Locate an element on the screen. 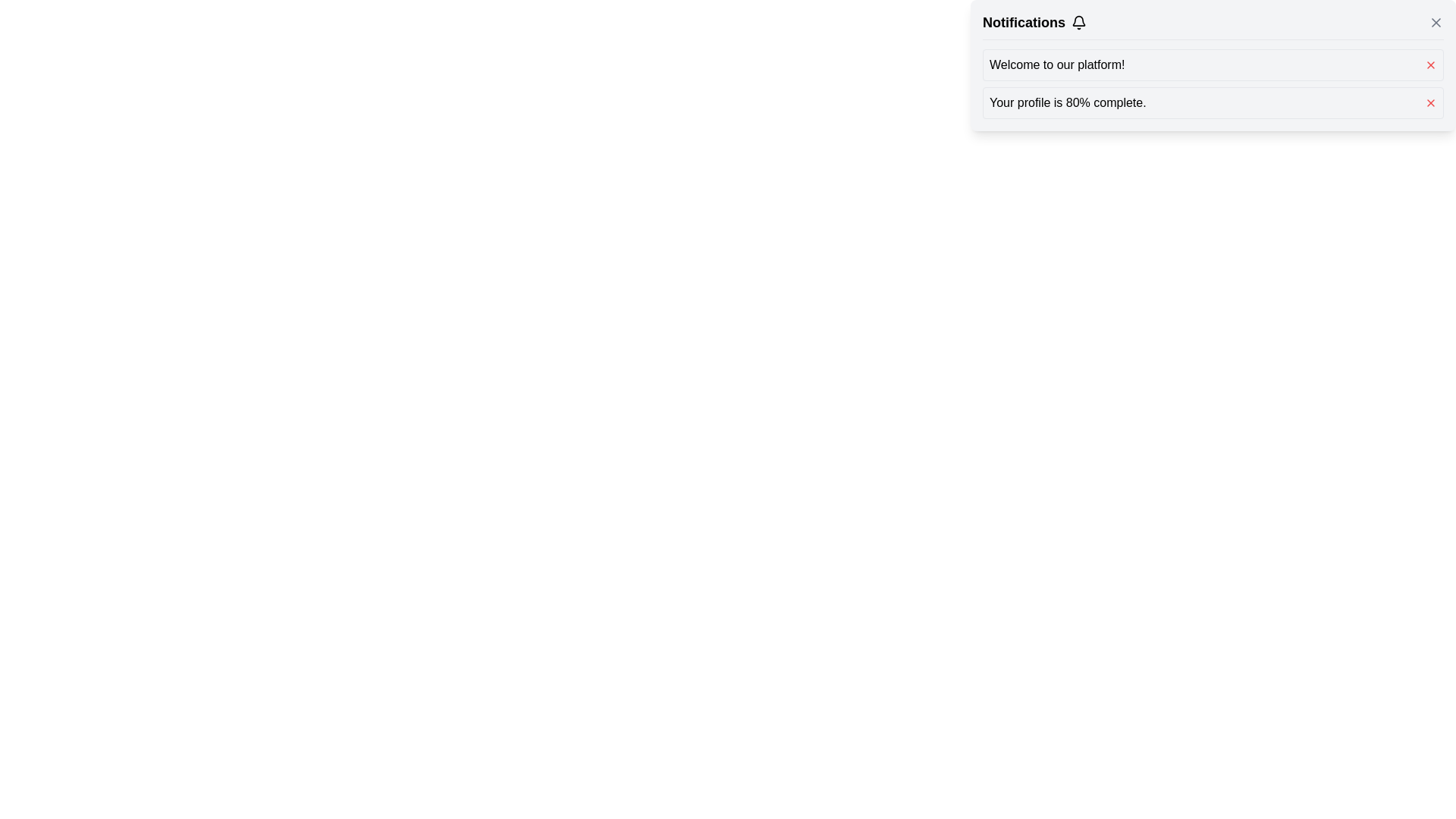 The image size is (1456, 819). text displayed in the text field that says 'Your profile is 80% complete.' is located at coordinates (1067, 102).